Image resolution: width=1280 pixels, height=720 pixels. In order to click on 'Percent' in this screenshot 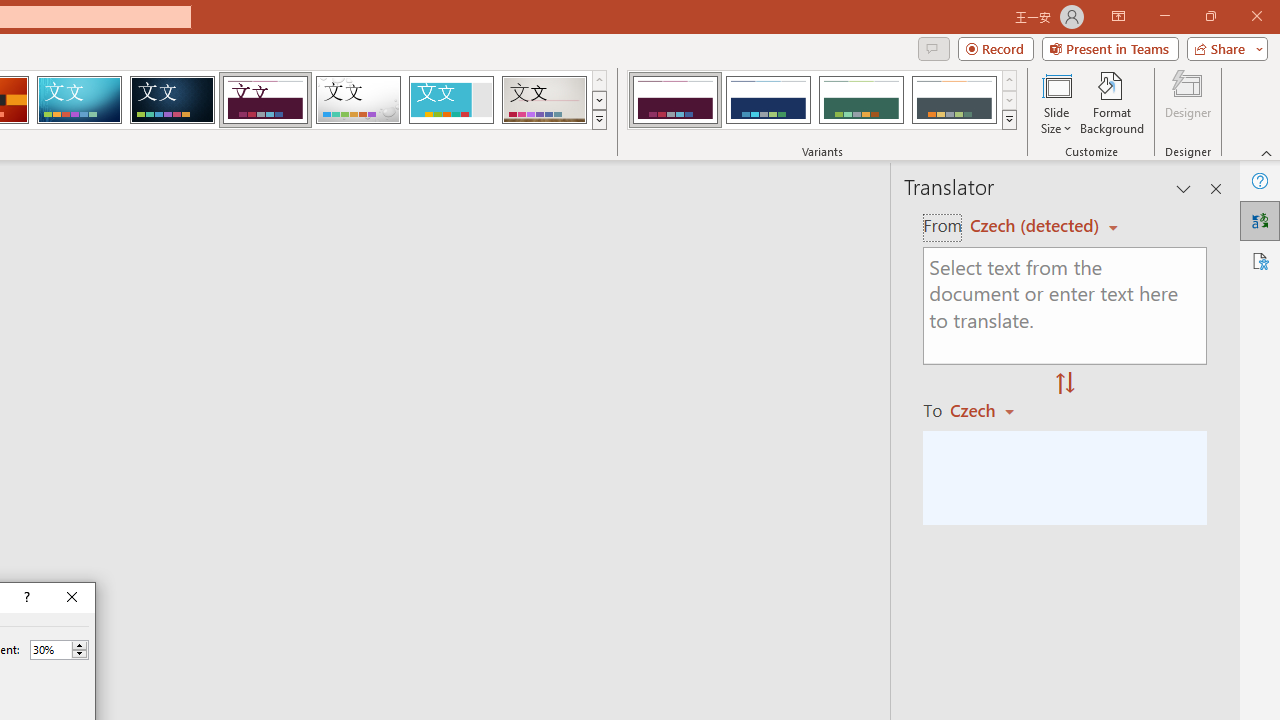, I will do `click(59, 650)`.